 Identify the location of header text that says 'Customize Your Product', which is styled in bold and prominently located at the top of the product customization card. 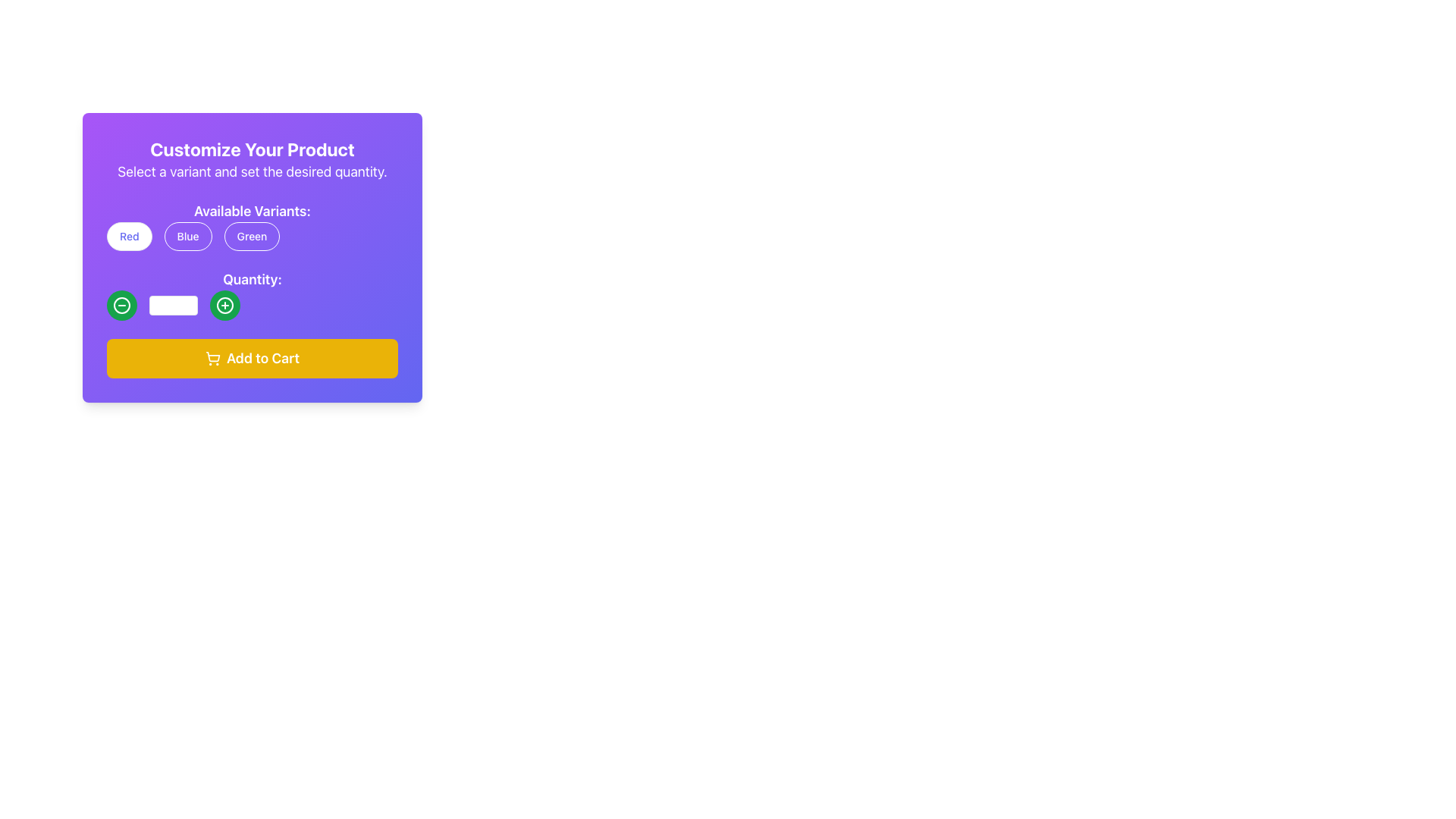
(252, 149).